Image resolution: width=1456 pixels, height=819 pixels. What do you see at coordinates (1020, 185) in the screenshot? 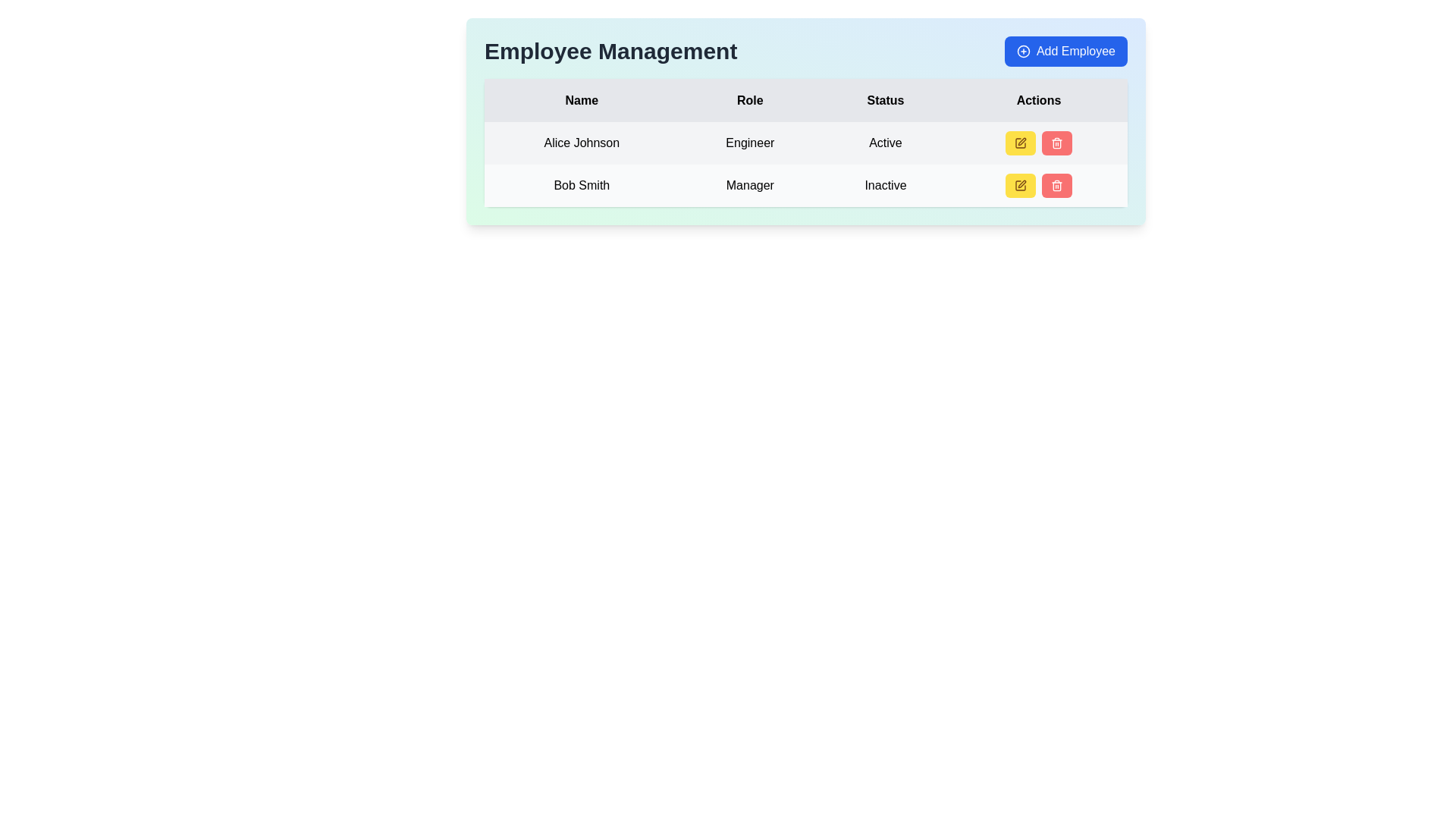
I see `the small, square-shaped icon button with a pen symbol, located in the 'Actions' column of the second row for 'Bob Smith' in the employee data table` at bounding box center [1020, 185].